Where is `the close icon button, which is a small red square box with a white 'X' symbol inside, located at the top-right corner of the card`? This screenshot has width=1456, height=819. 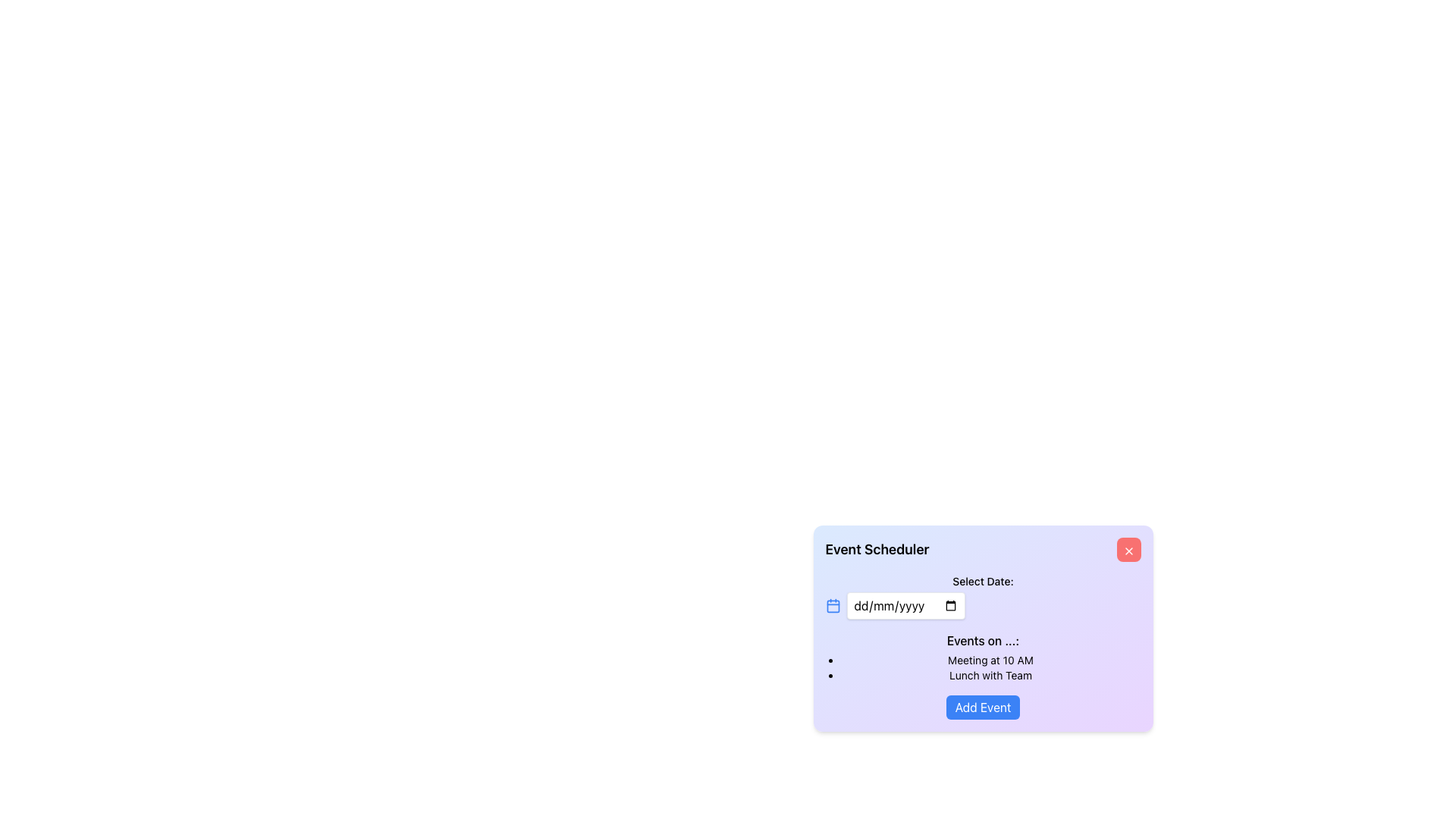
the close icon button, which is a small red square box with a white 'X' symbol inside, located at the top-right corner of the card is located at coordinates (1128, 551).